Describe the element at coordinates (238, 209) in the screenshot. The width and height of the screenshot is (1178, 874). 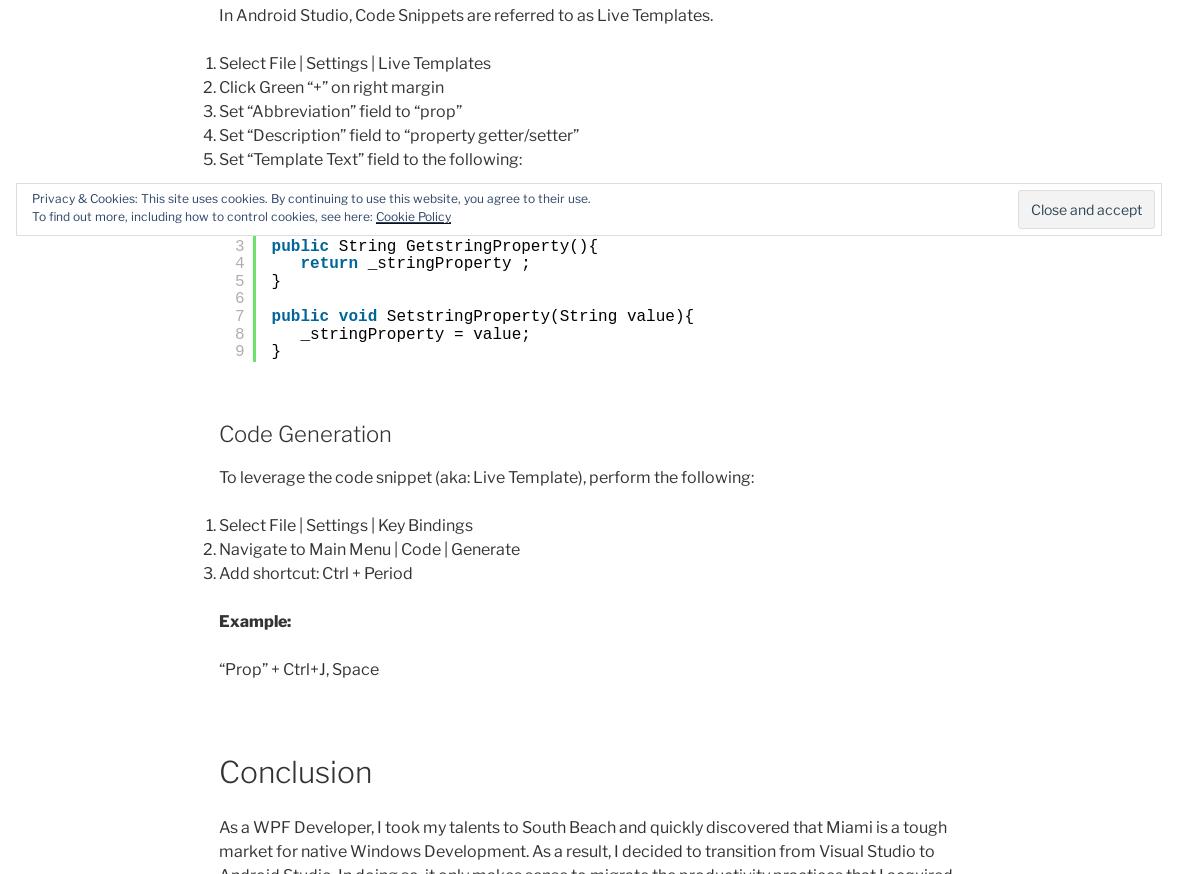
I see `'1'` at that location.